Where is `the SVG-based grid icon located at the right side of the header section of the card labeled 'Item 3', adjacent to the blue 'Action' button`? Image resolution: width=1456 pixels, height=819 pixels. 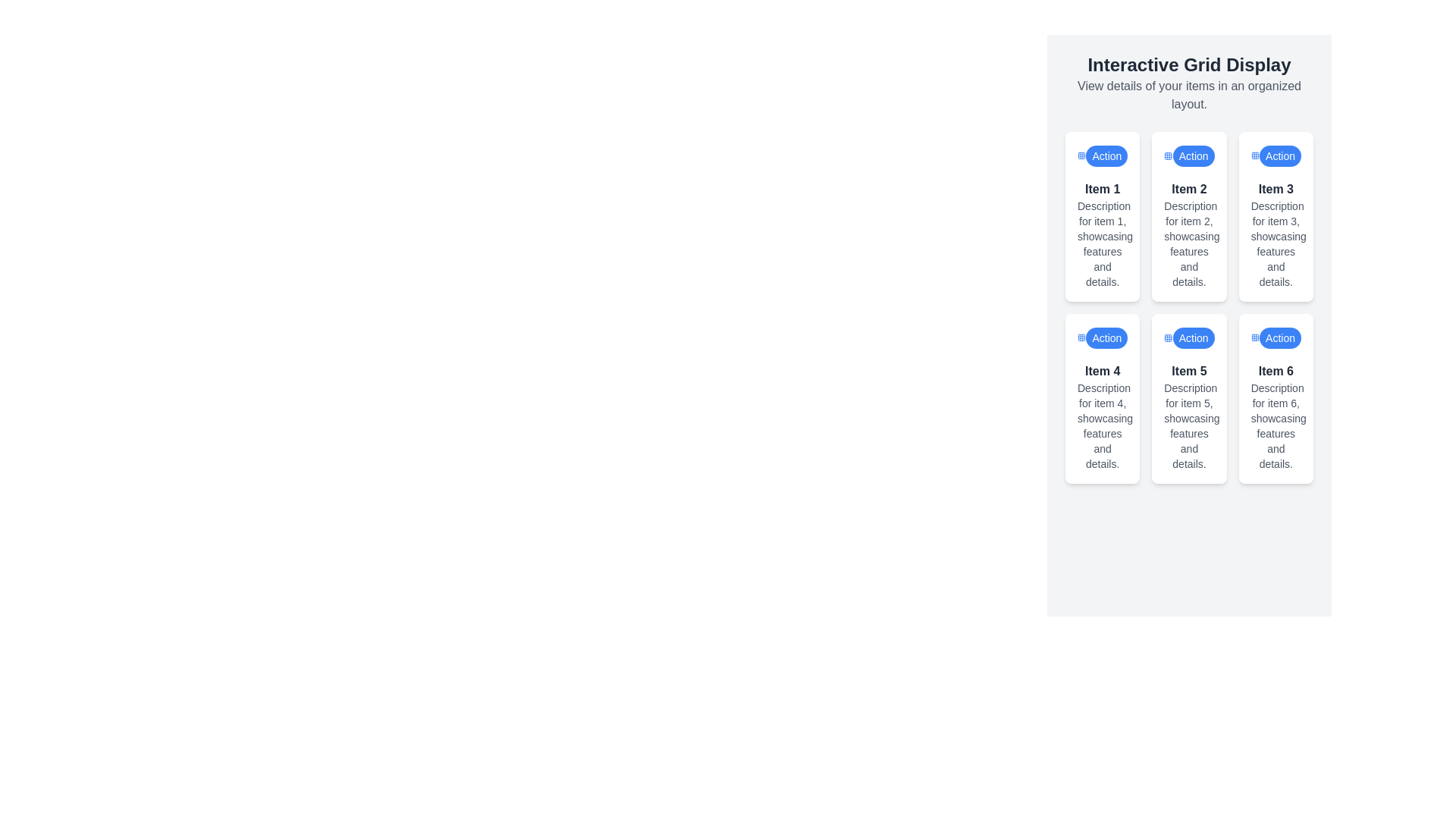 the SVG-based grid icon located at the right side of the header section of the card labeled 'Item 3', adjacent to the blue 'Action' button is located at coordinates (1255, 155).